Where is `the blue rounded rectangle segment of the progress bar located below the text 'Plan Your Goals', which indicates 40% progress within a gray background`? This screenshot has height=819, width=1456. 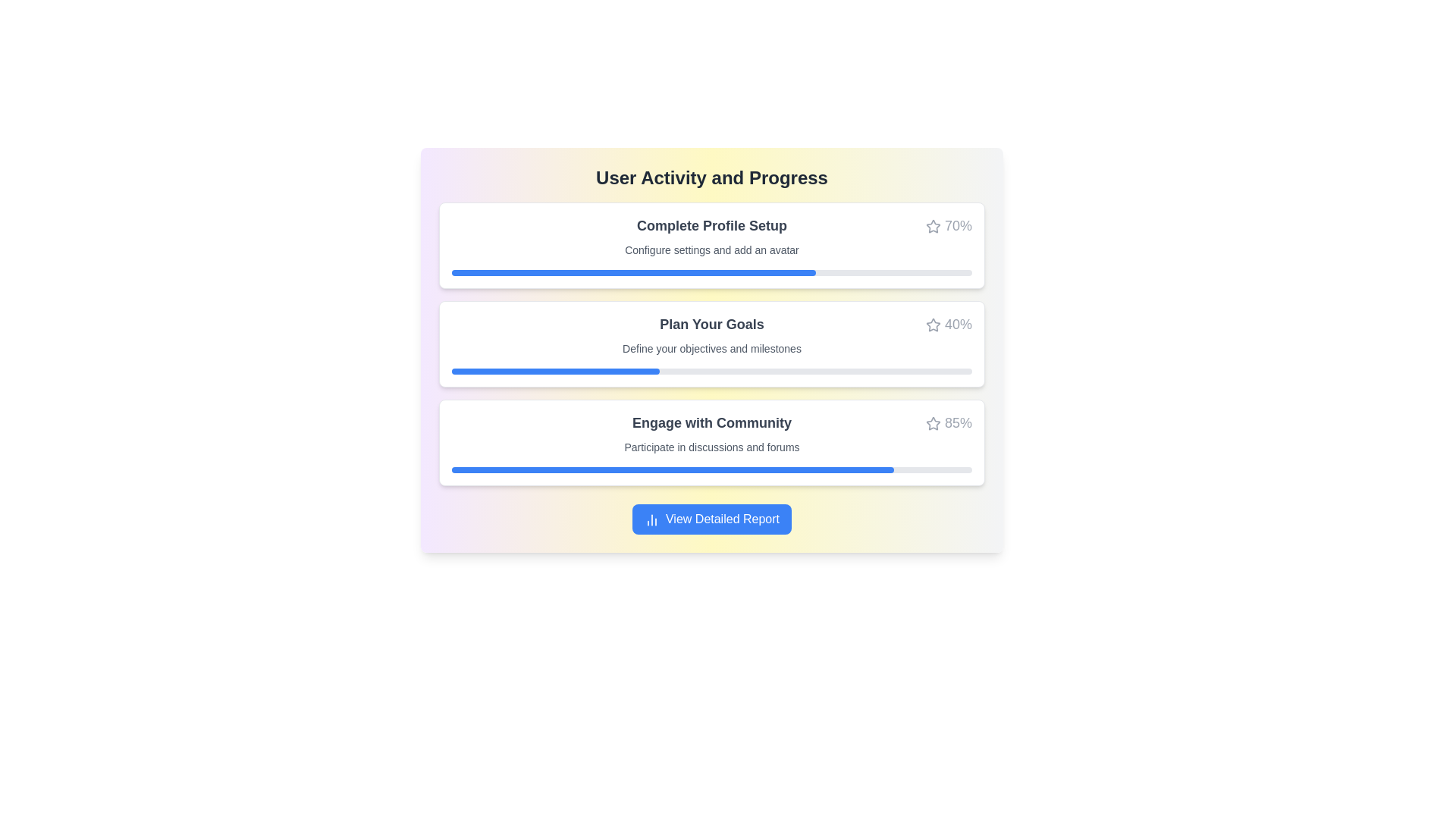 the blue rounded rectangle segment of the progress bar located below the text 'Plan Your Goals', which indicates 40% progress within a gray background is located at coordinates (555, 371).